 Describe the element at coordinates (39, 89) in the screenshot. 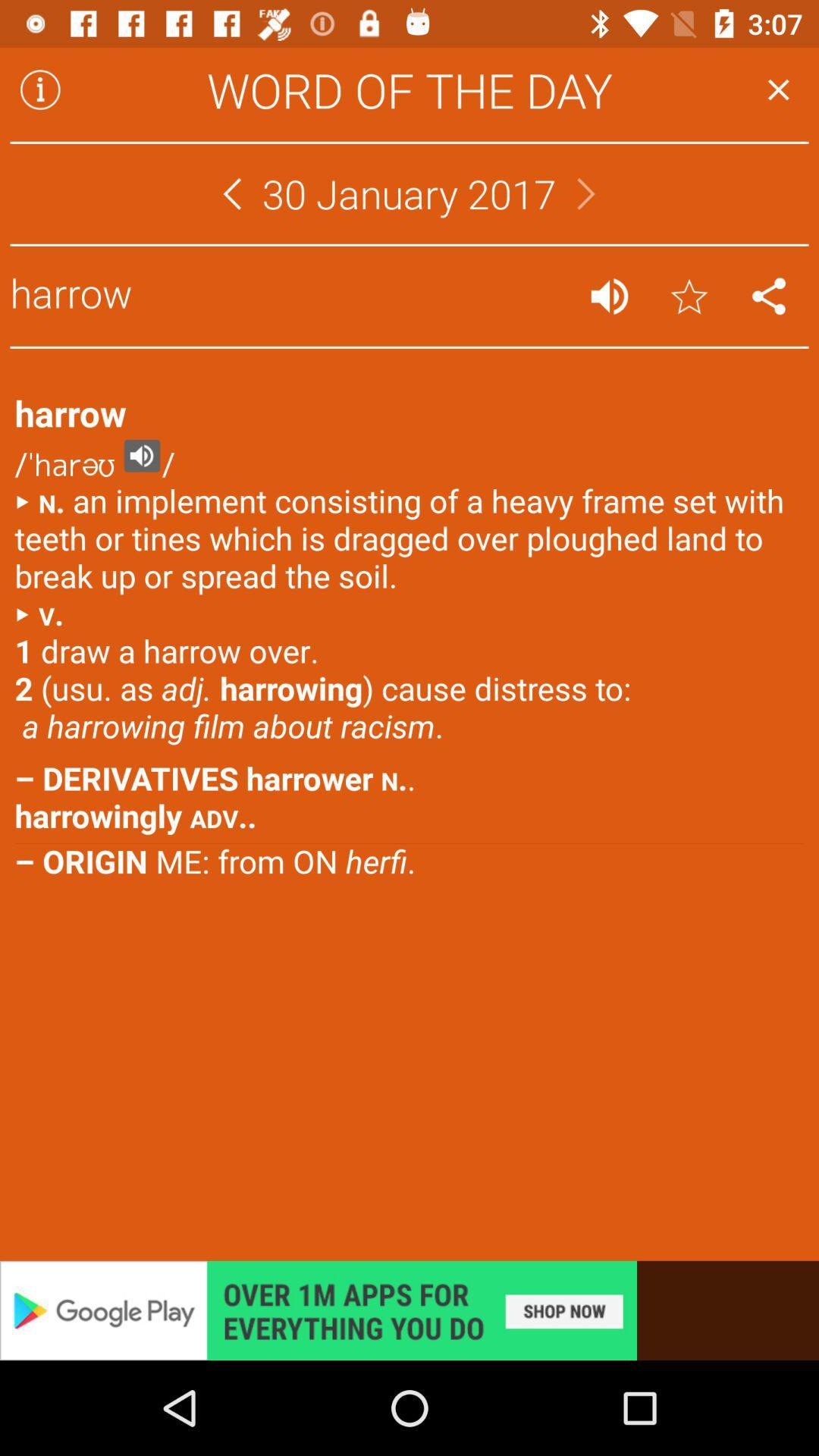

I see `information about the app` at that location.